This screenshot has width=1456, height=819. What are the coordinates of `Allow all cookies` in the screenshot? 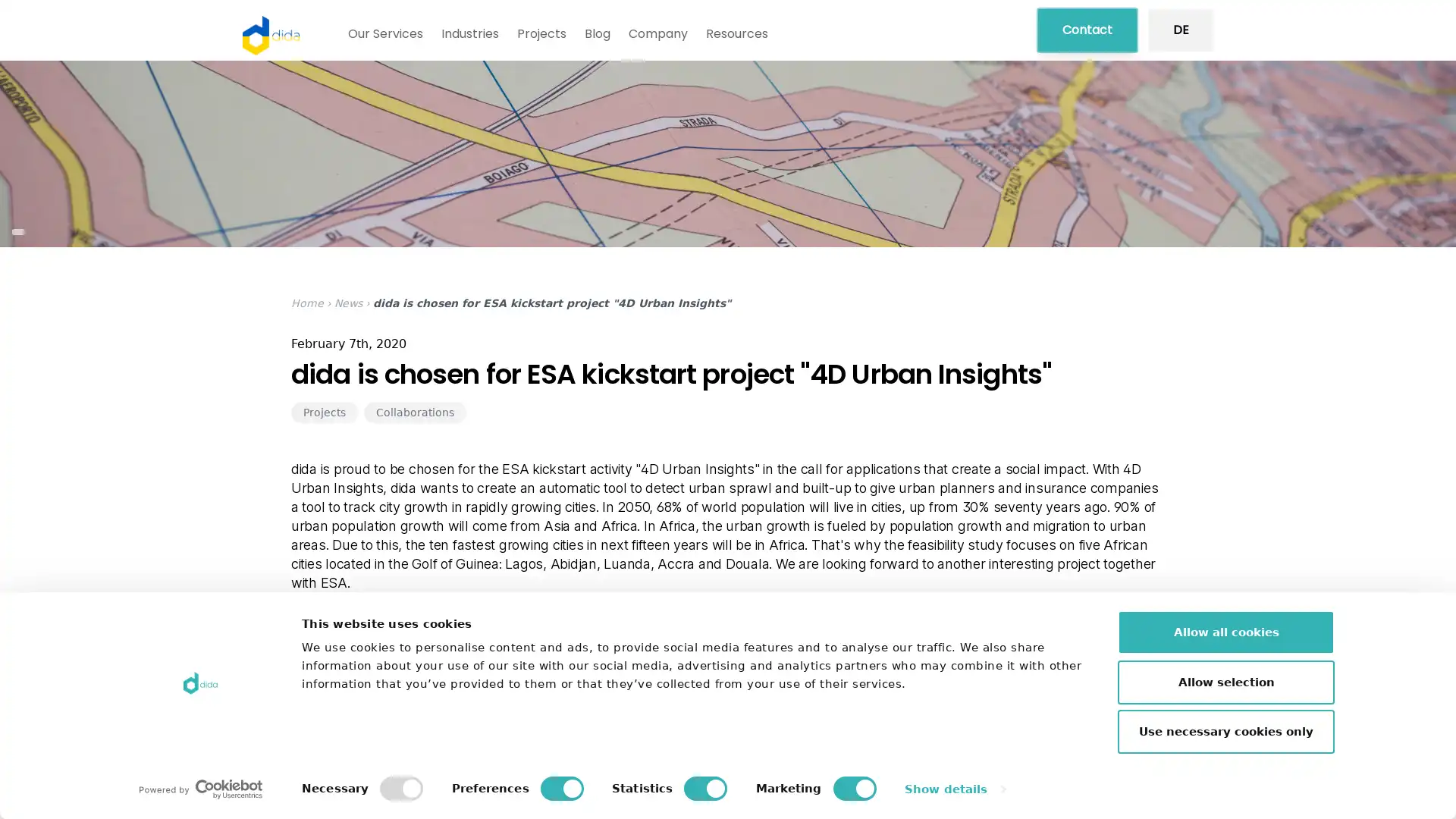 It's located at (1226, 632).